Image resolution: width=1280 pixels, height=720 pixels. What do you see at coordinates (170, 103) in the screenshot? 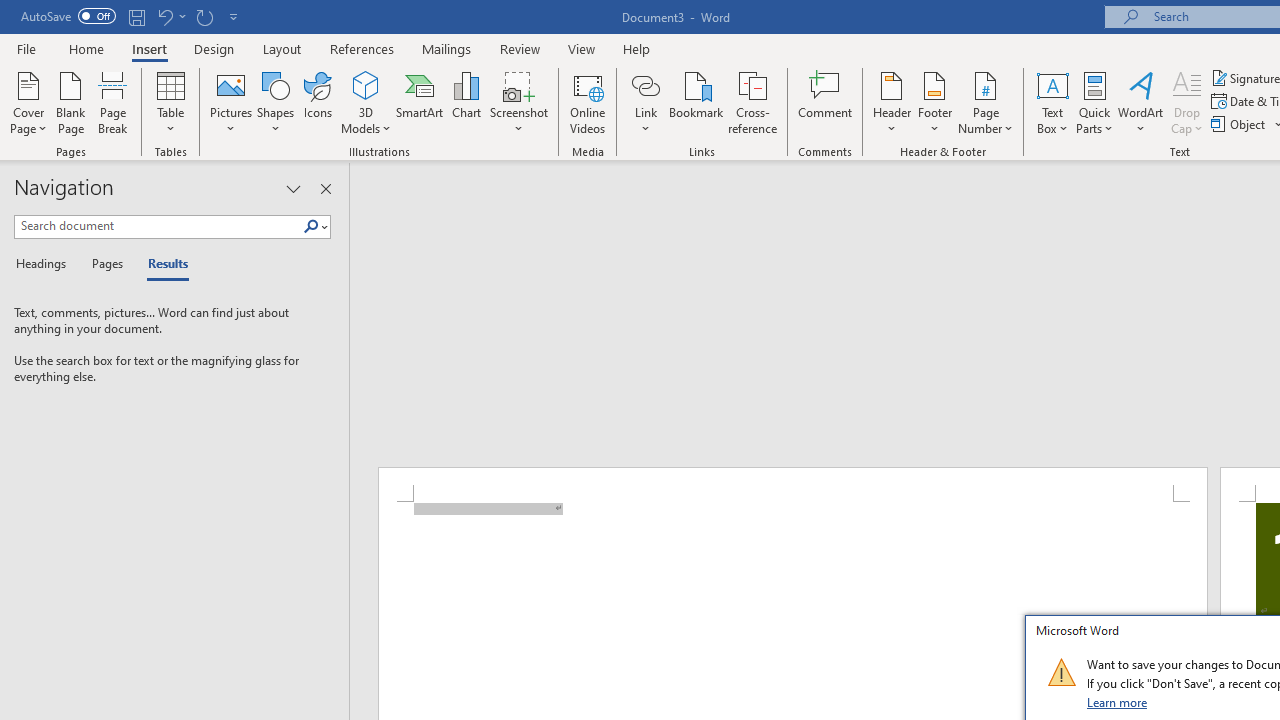
I see `'Table'` at bounding box center [170, 103].